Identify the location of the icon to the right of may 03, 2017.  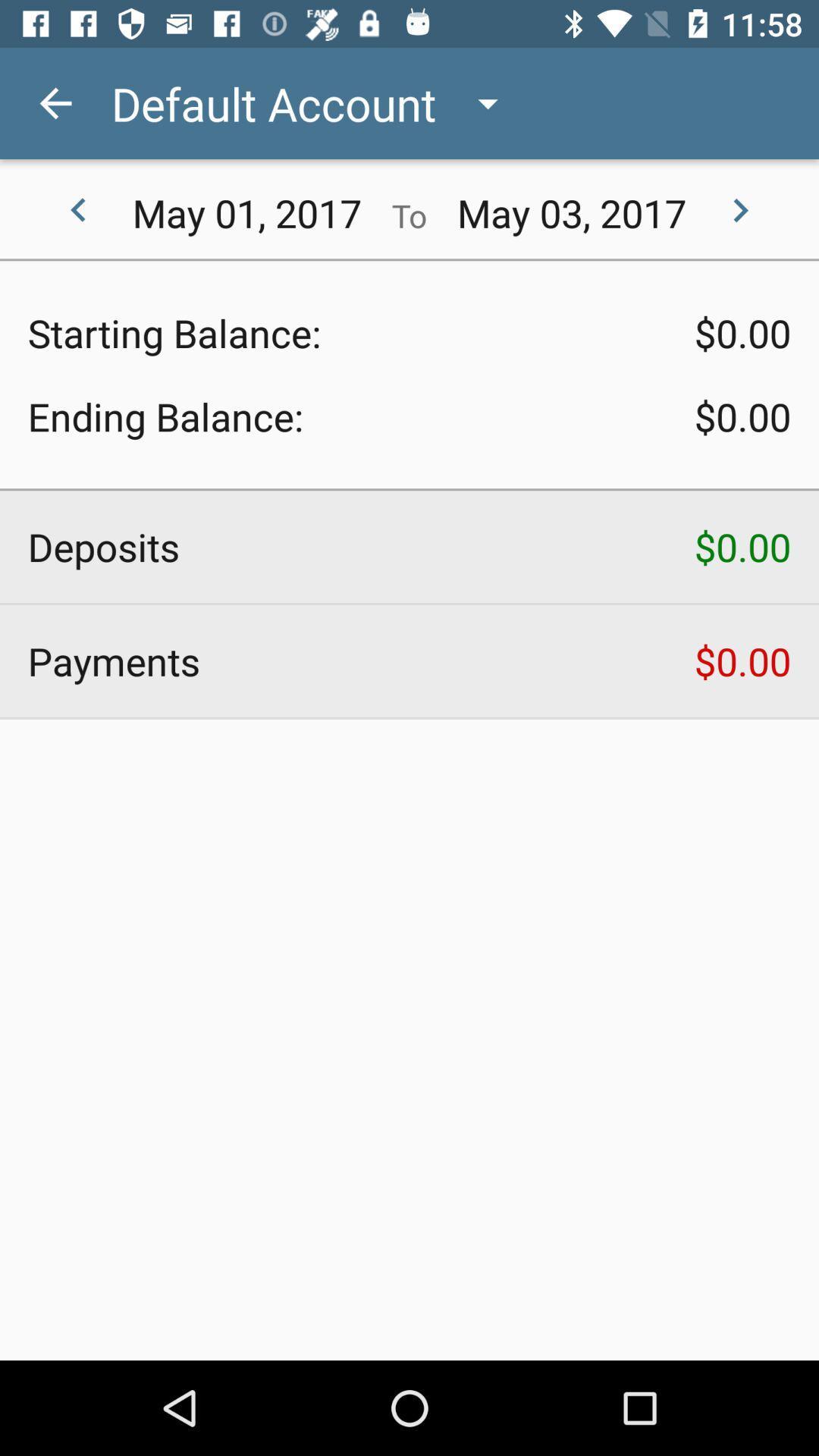
(739, 210).